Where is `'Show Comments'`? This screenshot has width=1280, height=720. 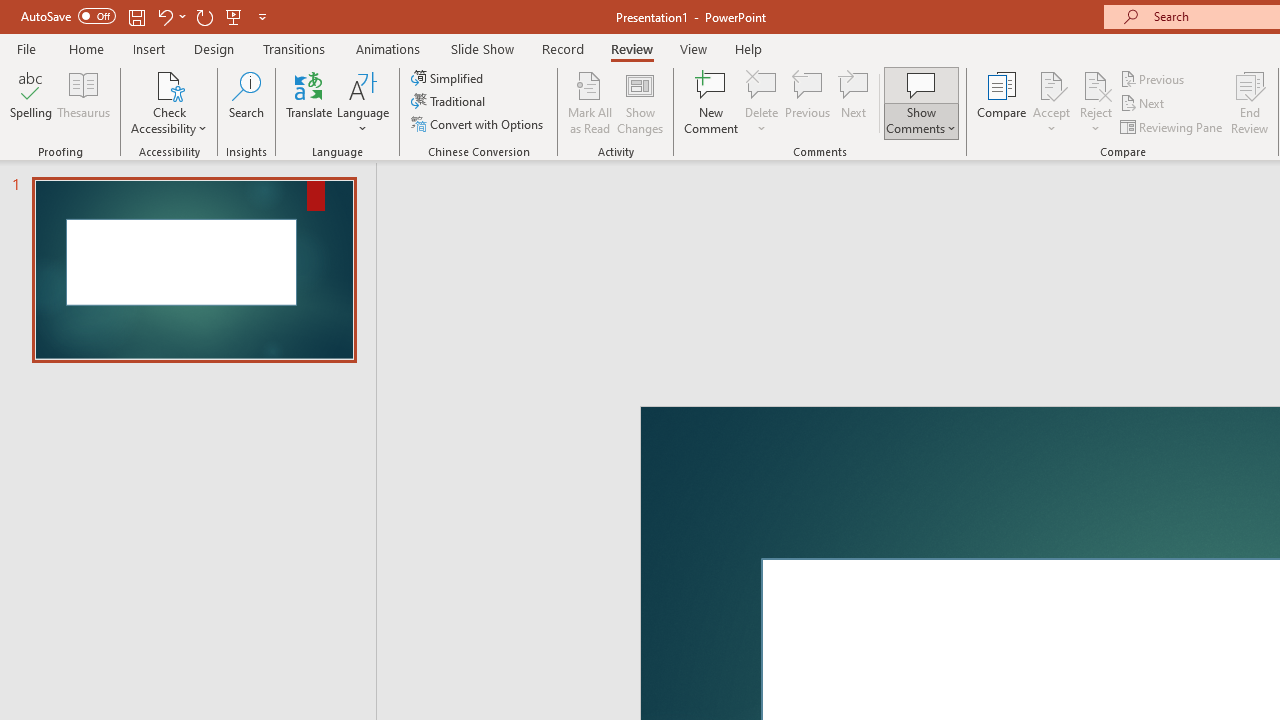
'Show Comments' is located at coordinates (920, 103).